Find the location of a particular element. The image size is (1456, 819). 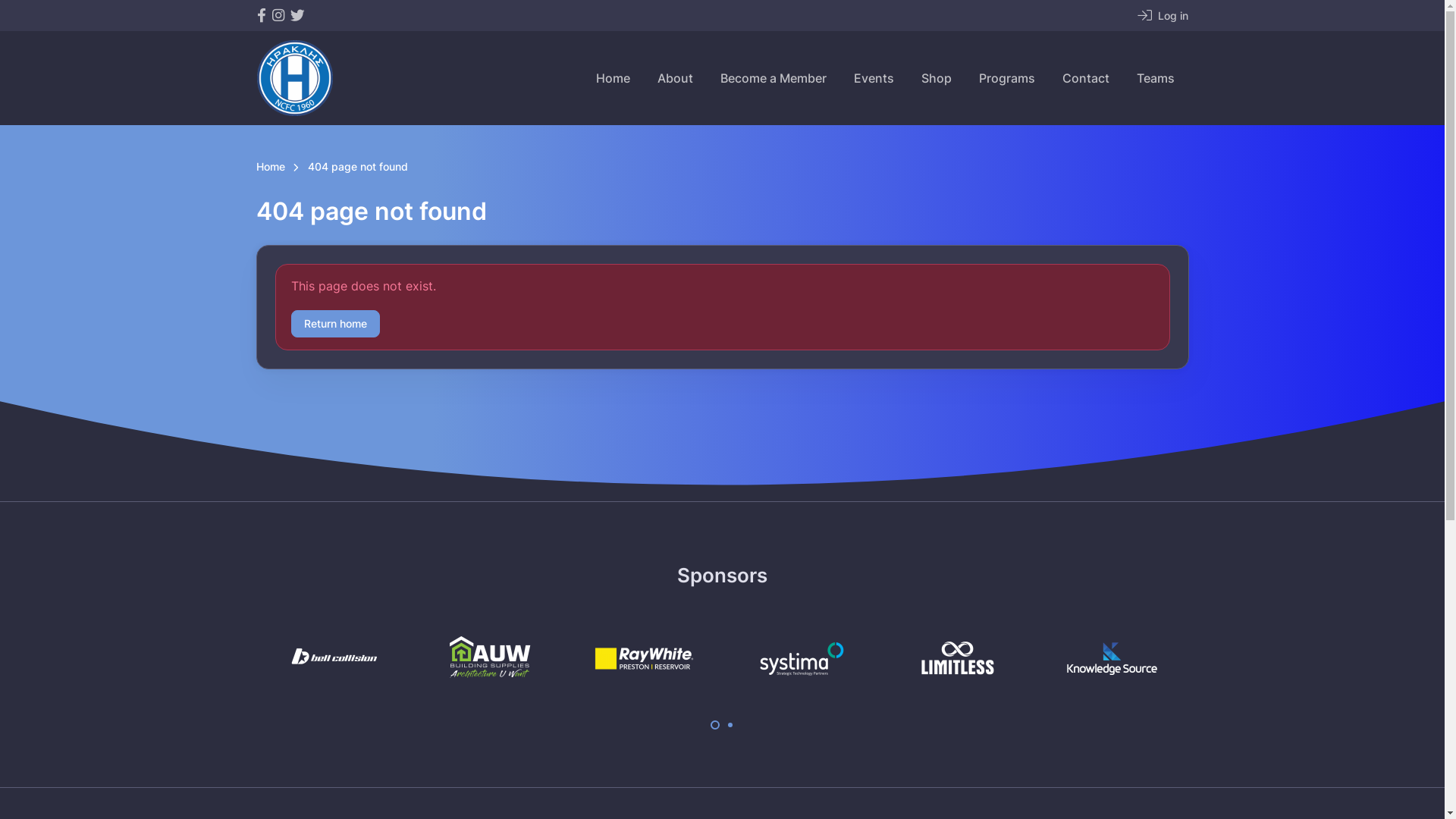

'Contact' is located at coordinates (1084, 78).